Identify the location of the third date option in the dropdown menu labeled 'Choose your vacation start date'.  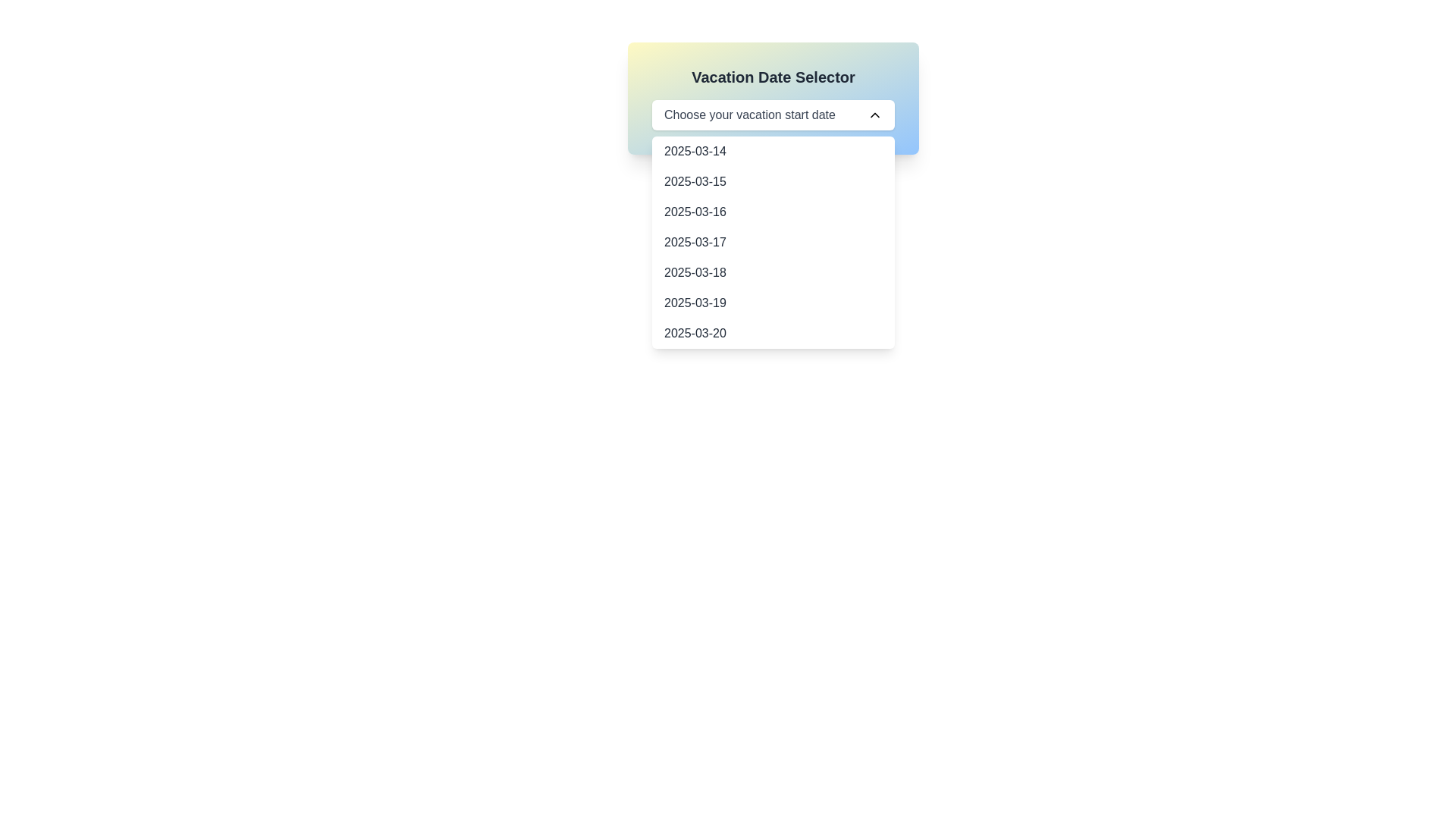
(773, 212).